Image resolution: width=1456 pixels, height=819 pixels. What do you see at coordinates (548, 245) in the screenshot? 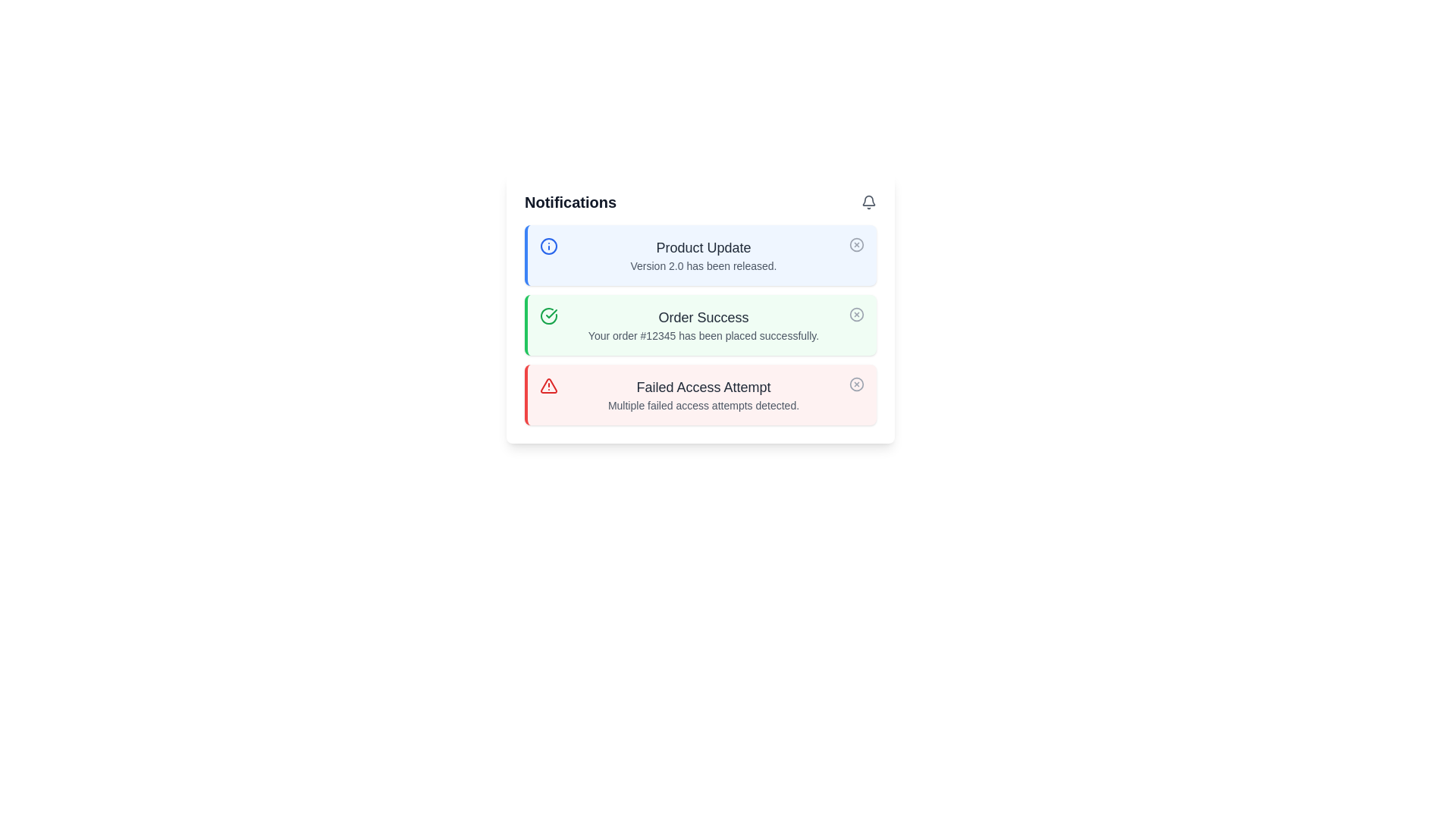
I see `the notification type represented by the icon located in the first notification card, to the left of the text 'Product Update'` at bounding box center [548, 245].